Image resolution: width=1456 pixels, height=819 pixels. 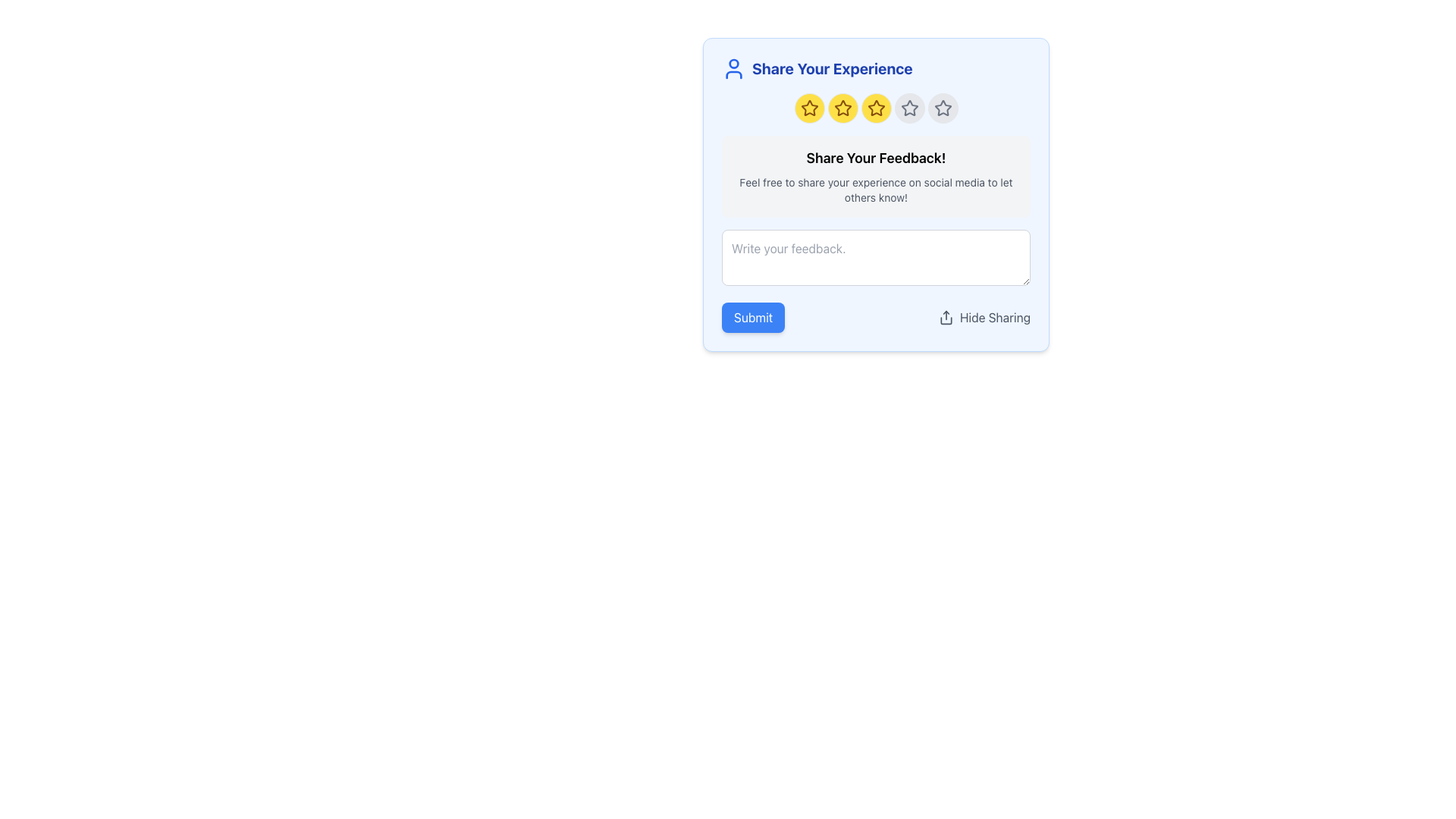 What do you see at coordinates (909, 107) in the screenshot?
I see `the fourth star icon in the rating system to confirm a four-star rating, located near the title 'Share Your Experience'` at bounding box center [909, 107].